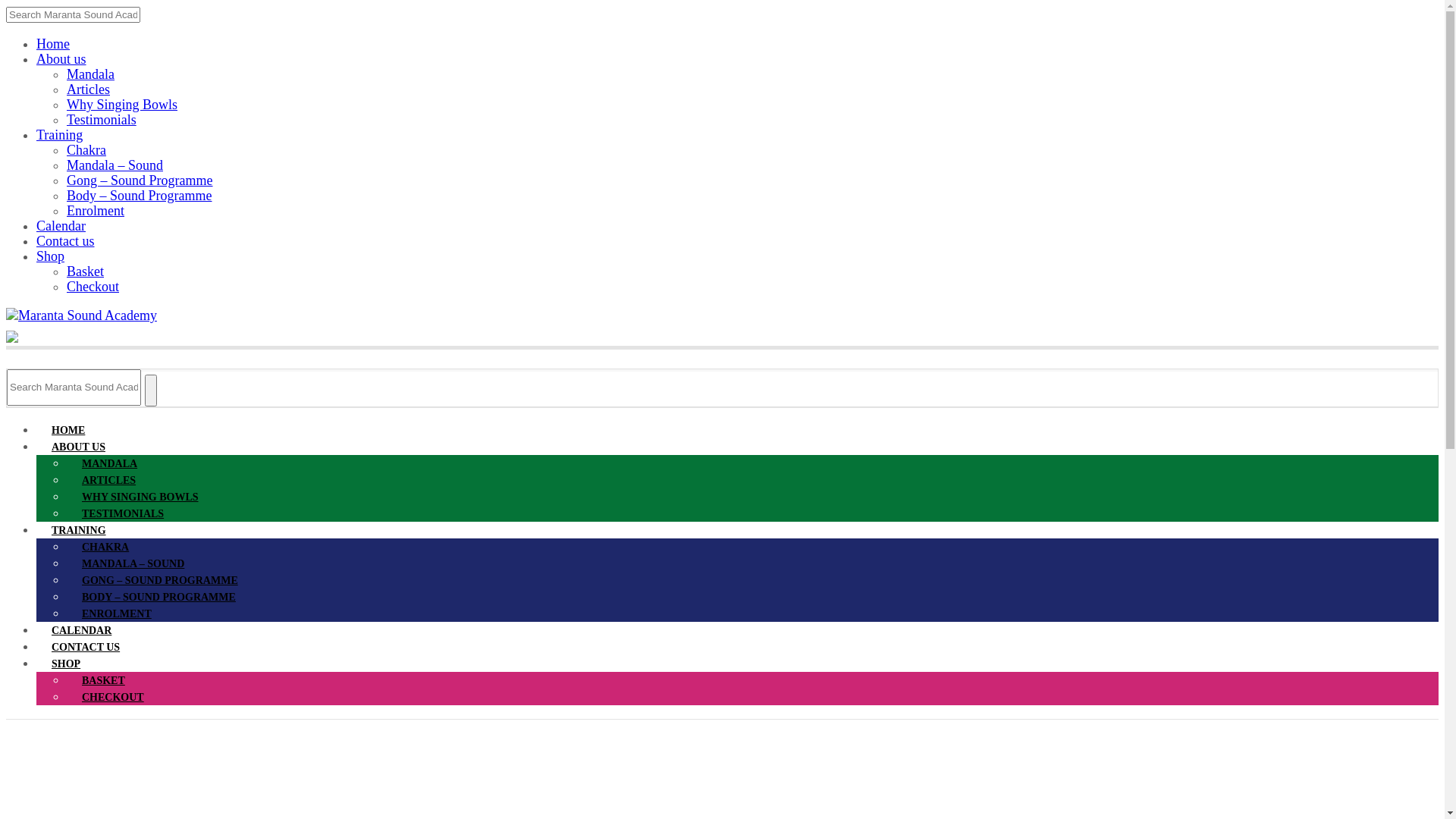 This screenshot has height=819, width=1456. What do you see at coordinates (92, 287) in the screenshot?
I see `'Checkout'` at bounding box center [92, 287].